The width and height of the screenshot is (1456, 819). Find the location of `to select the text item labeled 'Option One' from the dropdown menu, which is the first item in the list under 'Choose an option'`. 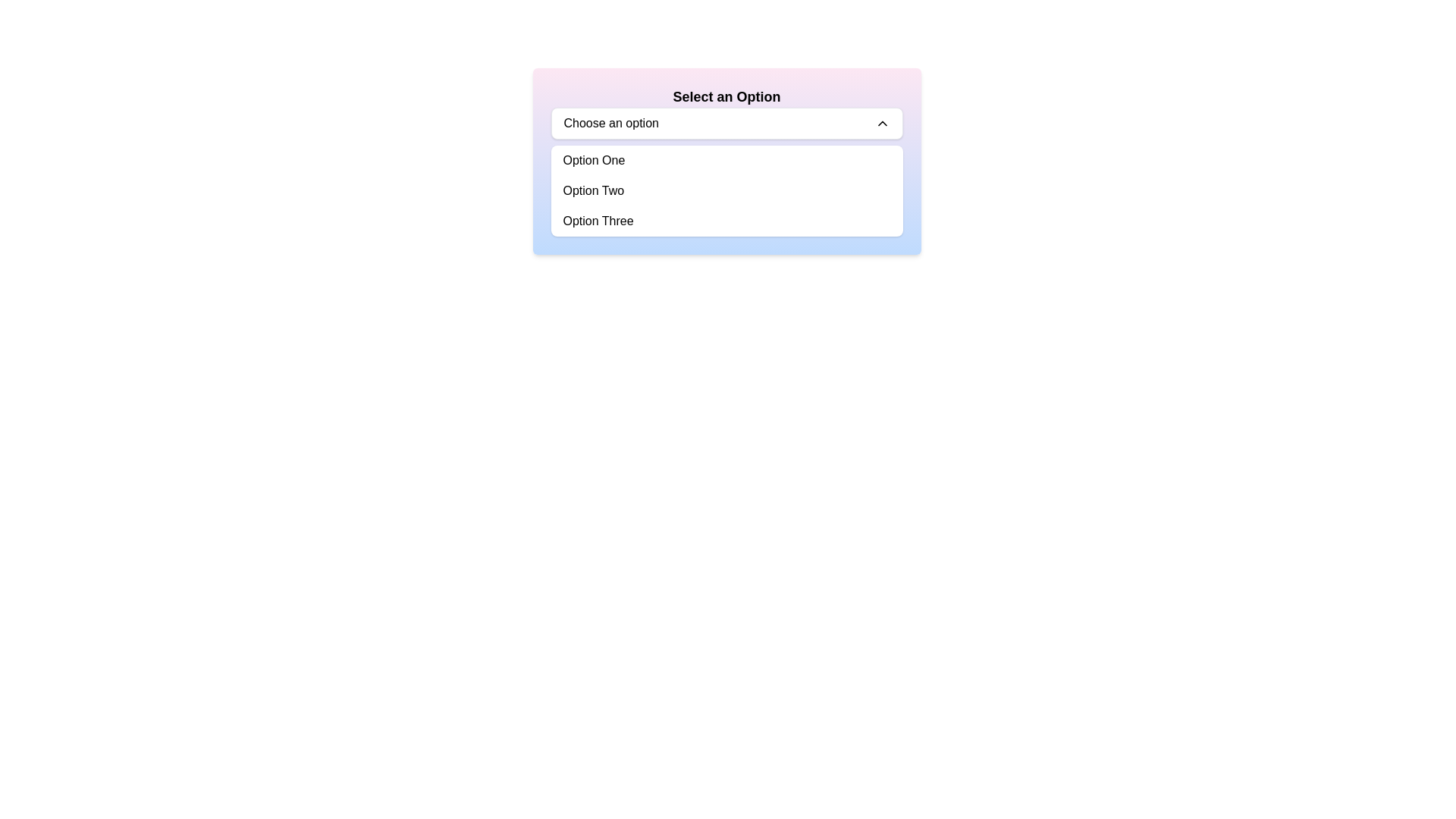

to select the text item labeled 'Option One' from the dropdown menu, which is the first item in the list under 'Choose an option' is located at coordinates (593, 161).